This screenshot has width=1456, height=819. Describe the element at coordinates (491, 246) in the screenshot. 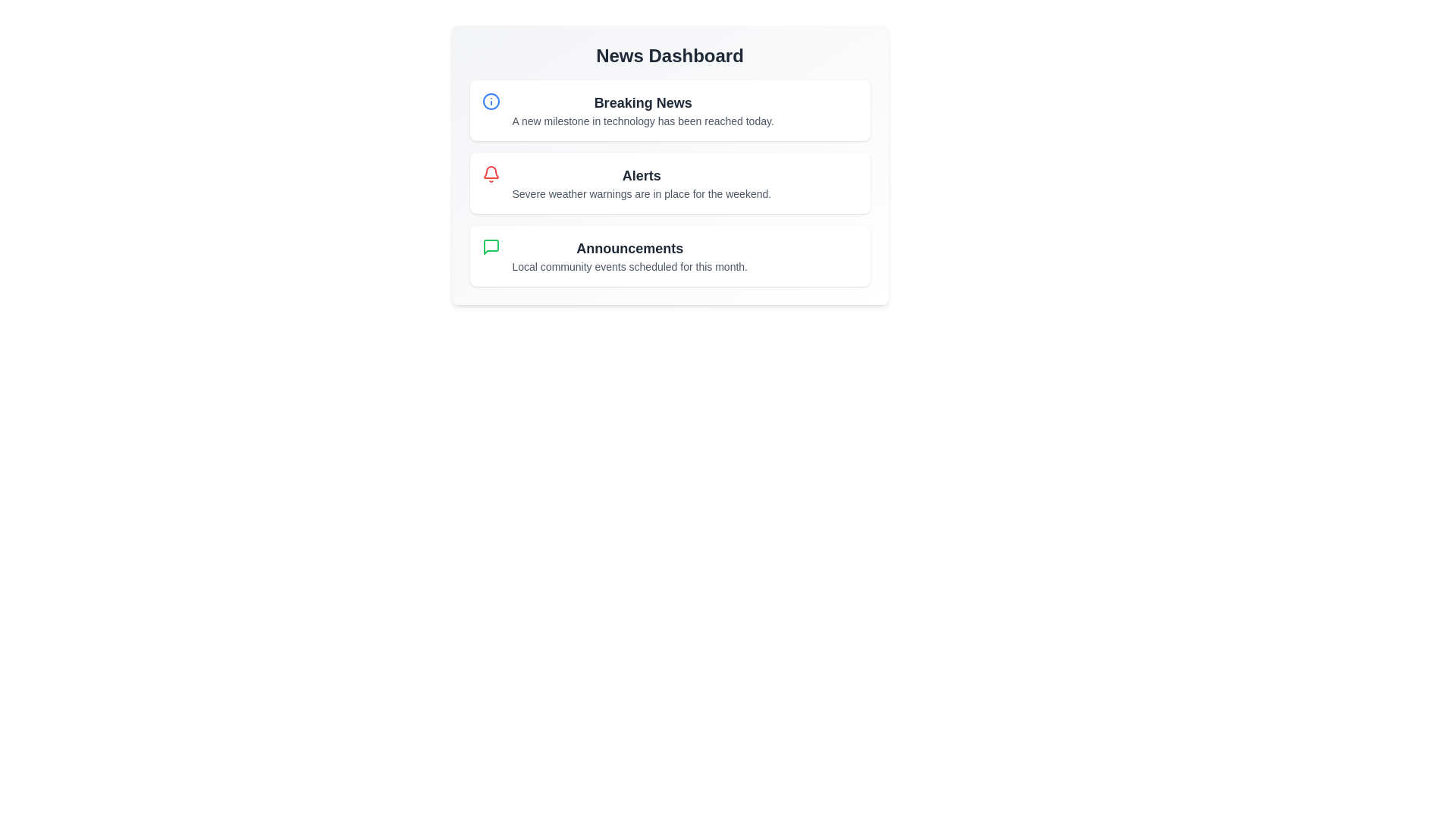

I see `the icon for the third news item` at that location.